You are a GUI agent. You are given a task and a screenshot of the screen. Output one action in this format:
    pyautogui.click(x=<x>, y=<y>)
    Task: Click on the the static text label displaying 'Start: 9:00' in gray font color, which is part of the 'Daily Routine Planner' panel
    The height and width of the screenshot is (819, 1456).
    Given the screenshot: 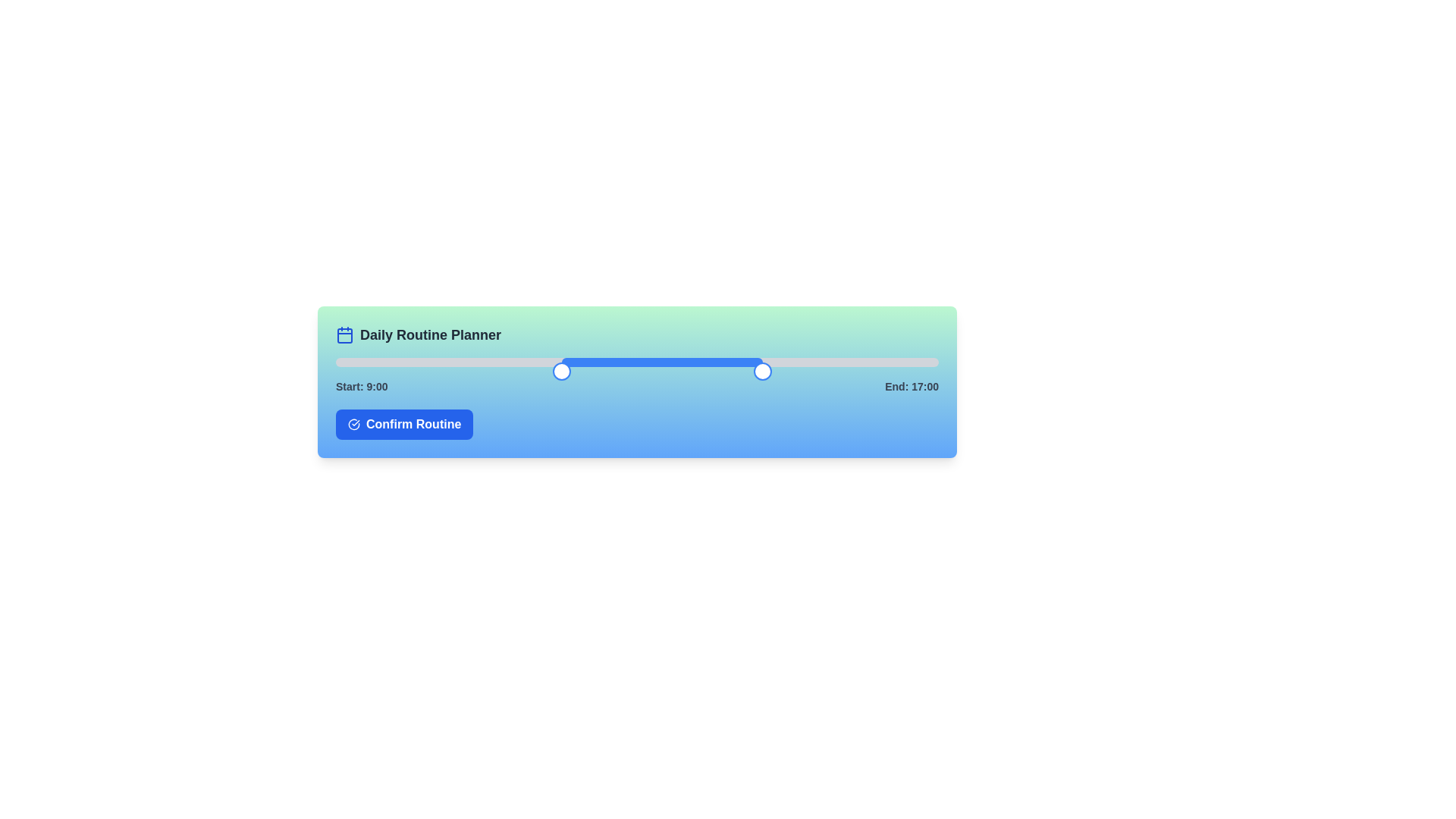 What is the action you would take?
    pyautogui.click(x=361, y=385)
    